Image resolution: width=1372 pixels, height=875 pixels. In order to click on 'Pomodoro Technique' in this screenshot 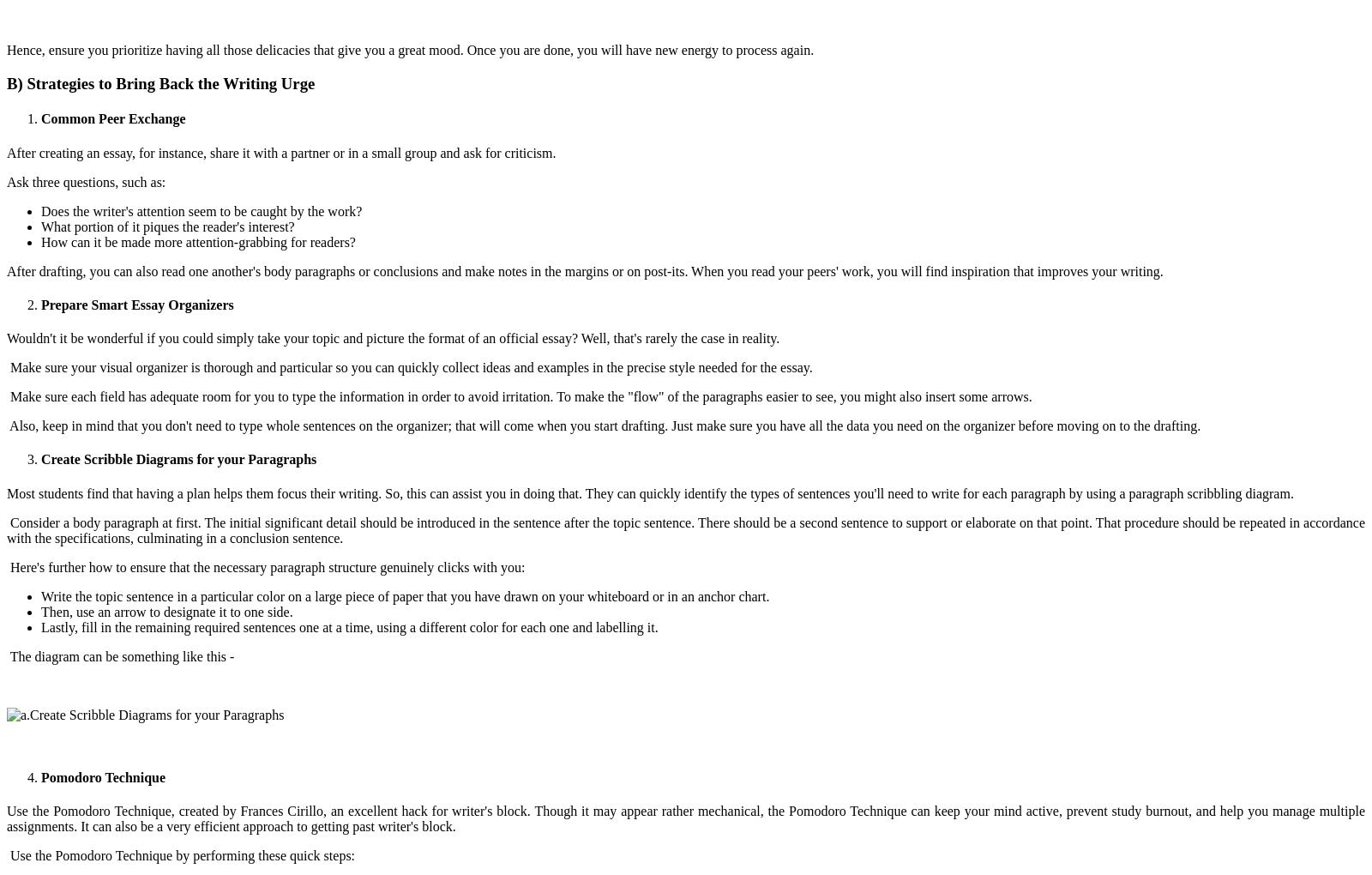, I will do `click(40, 776)`.